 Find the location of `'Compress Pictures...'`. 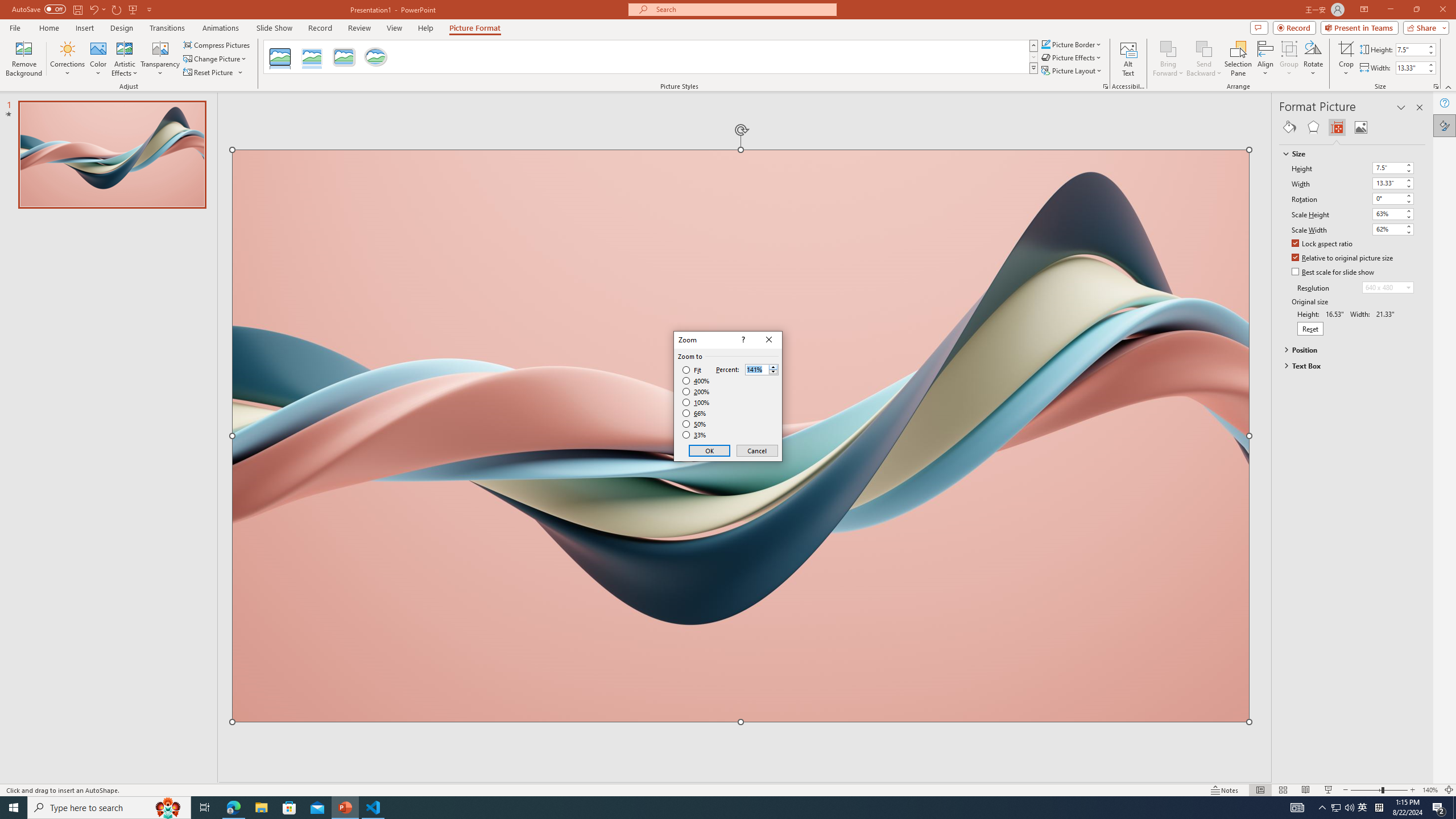

'Compress Pictures...' is located at coordinates (217, 44).